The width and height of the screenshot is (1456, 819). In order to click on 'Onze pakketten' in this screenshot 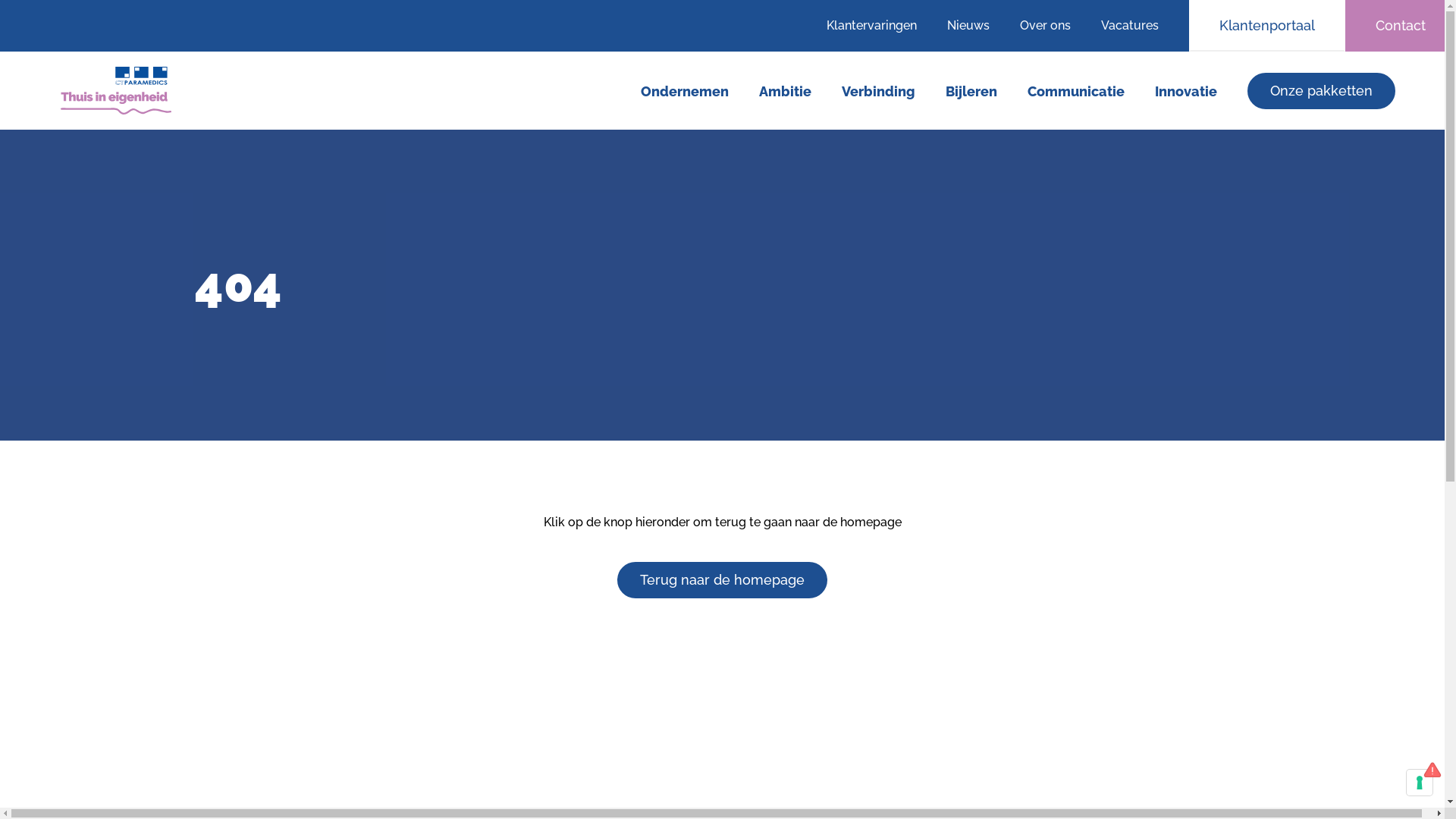, I will do `click(1320, 90)`.